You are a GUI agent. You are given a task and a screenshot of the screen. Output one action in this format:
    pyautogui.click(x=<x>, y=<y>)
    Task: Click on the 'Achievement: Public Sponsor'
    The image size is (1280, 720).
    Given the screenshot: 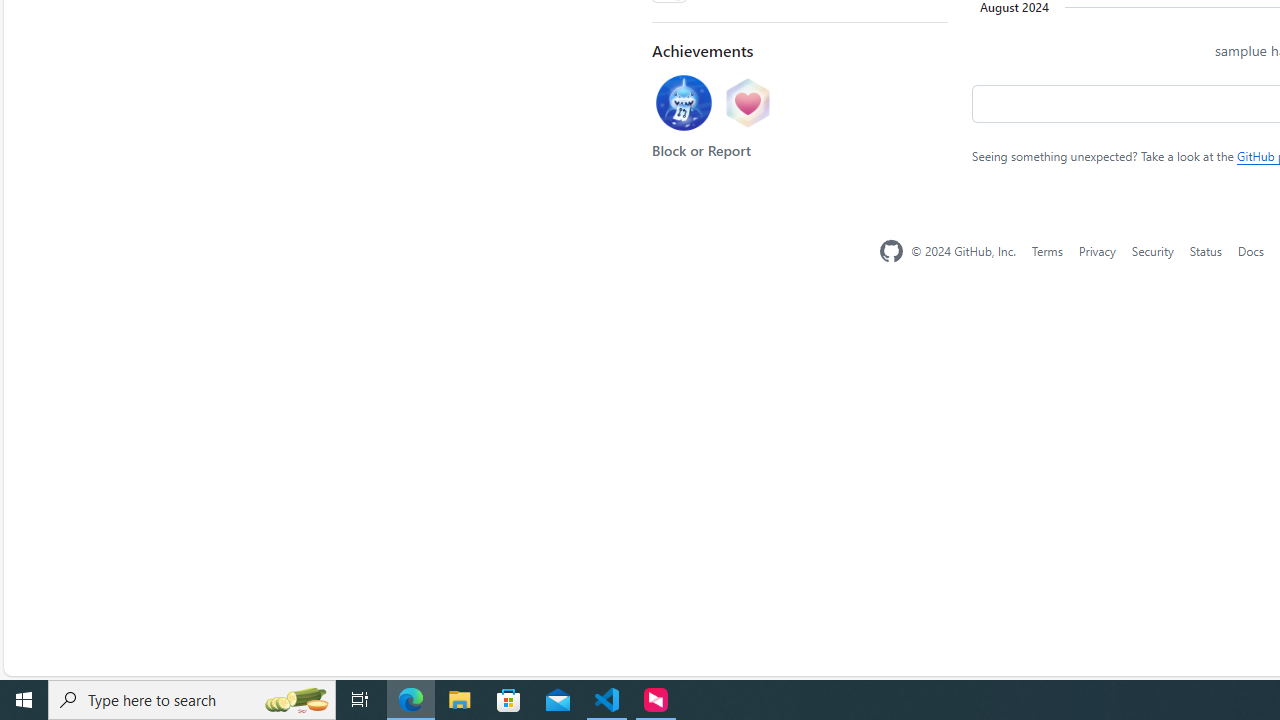 What is the action you would take?
    pyautogui.click(x=746, y=103)
    